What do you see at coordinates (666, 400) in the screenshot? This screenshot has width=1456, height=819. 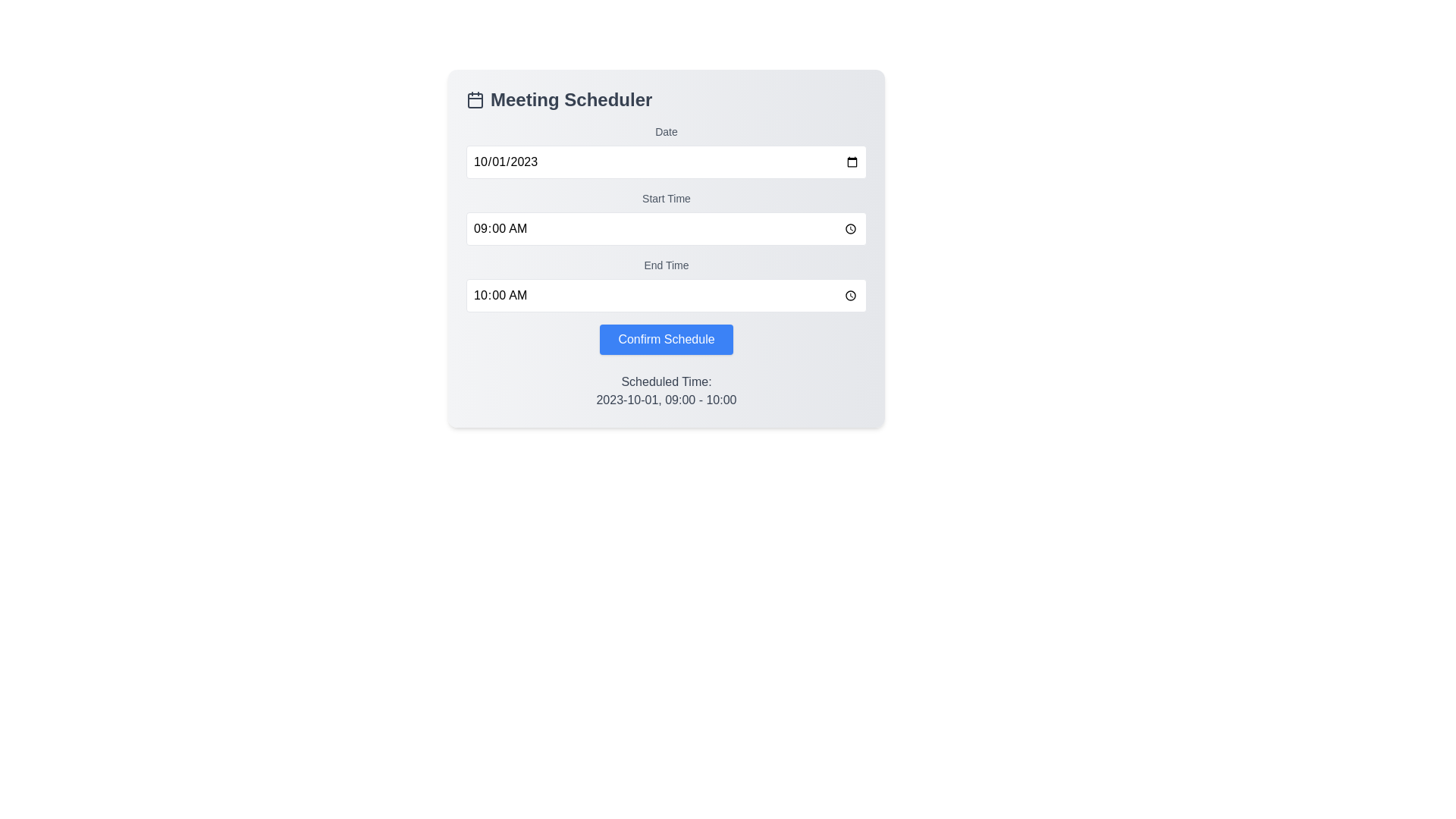 I see `the Text label that displays the scheduled date and time for an event, which is positioned centrally below the 'Scheduled Time:' label` at bounding box center [666, 400].